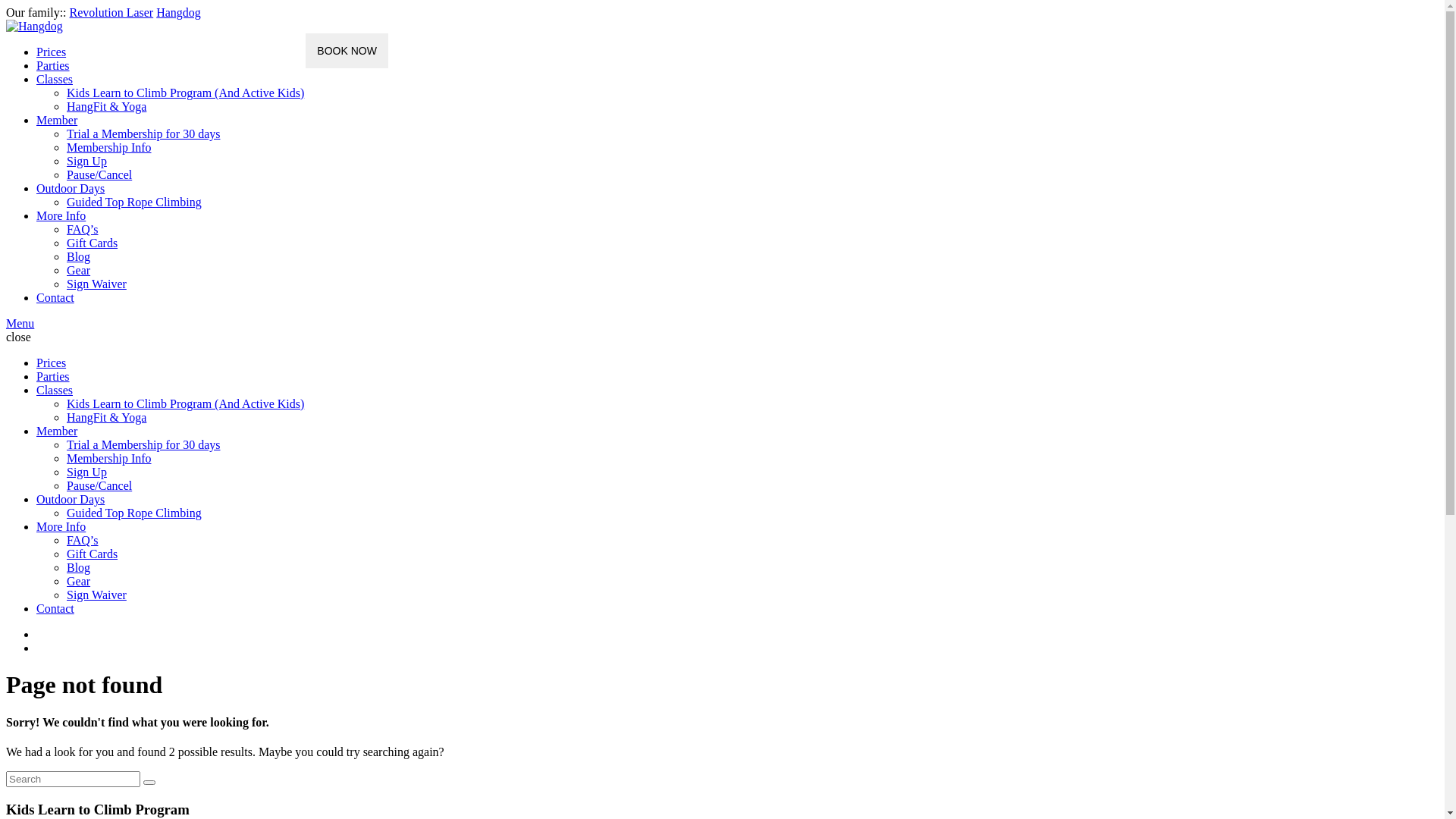 The width and height of the screenshot is (1456, 819). I want to click on 'Guided Top Rope Climbing', so click(134, 512).